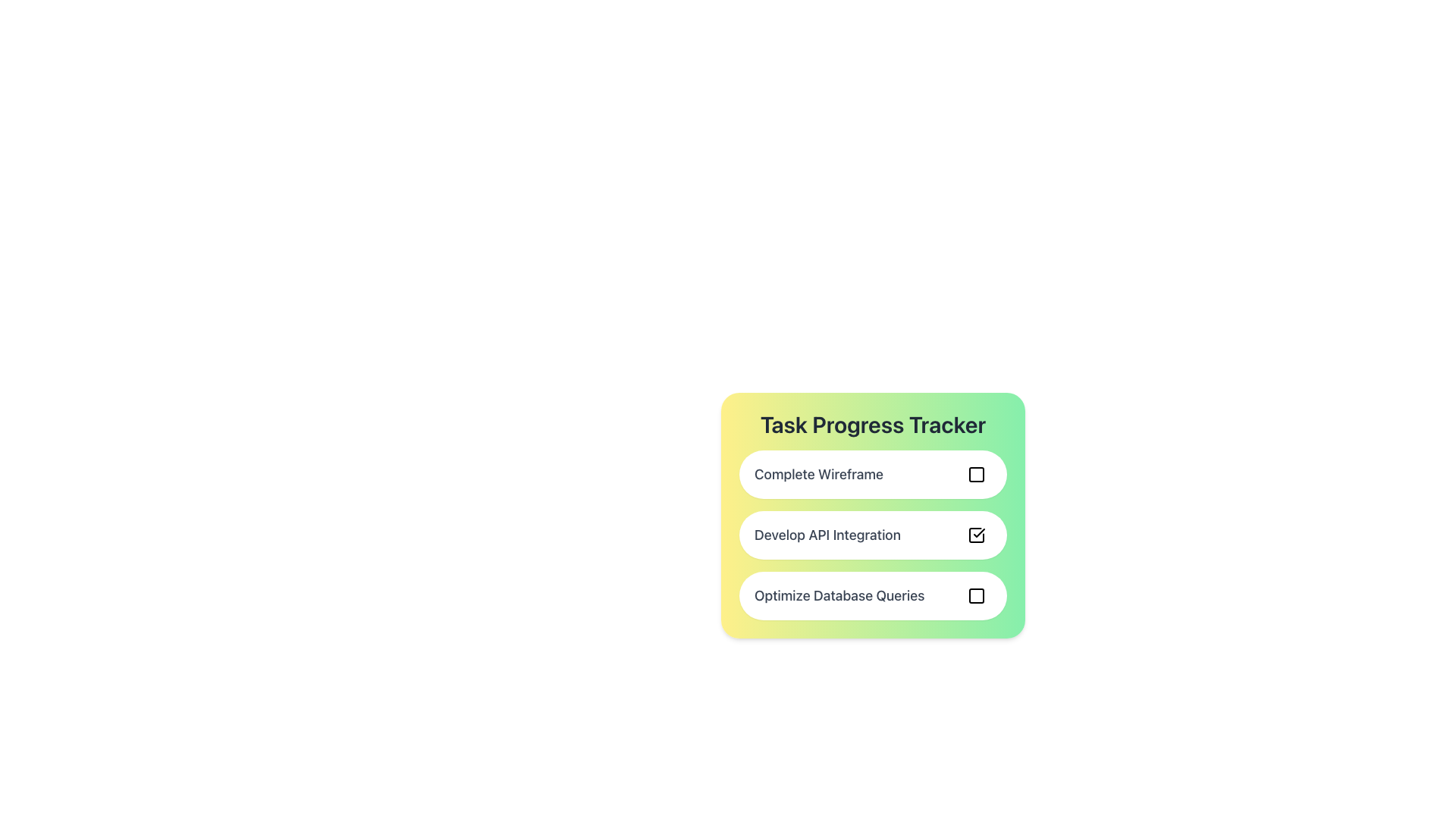 The height and width of the screenshot is (819, 1456). I want to click on the checkbox, so click(976, 534).